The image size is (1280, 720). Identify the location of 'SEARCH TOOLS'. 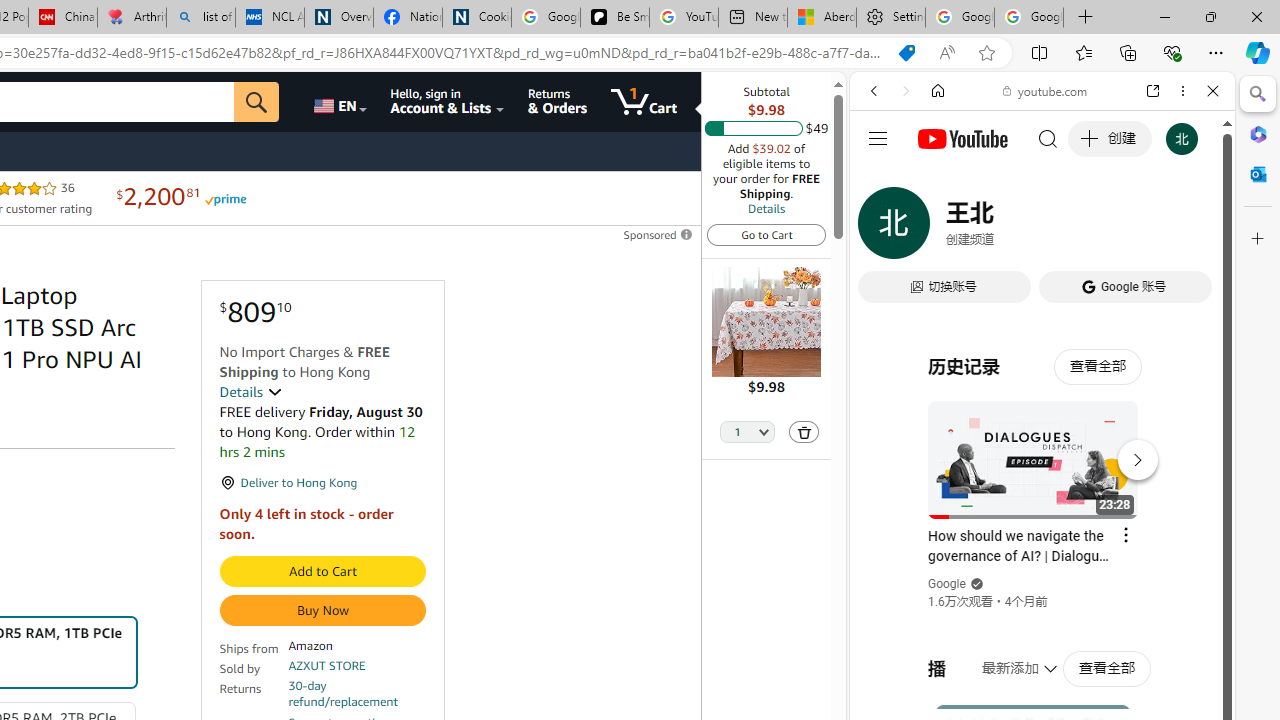
(1092, 227).